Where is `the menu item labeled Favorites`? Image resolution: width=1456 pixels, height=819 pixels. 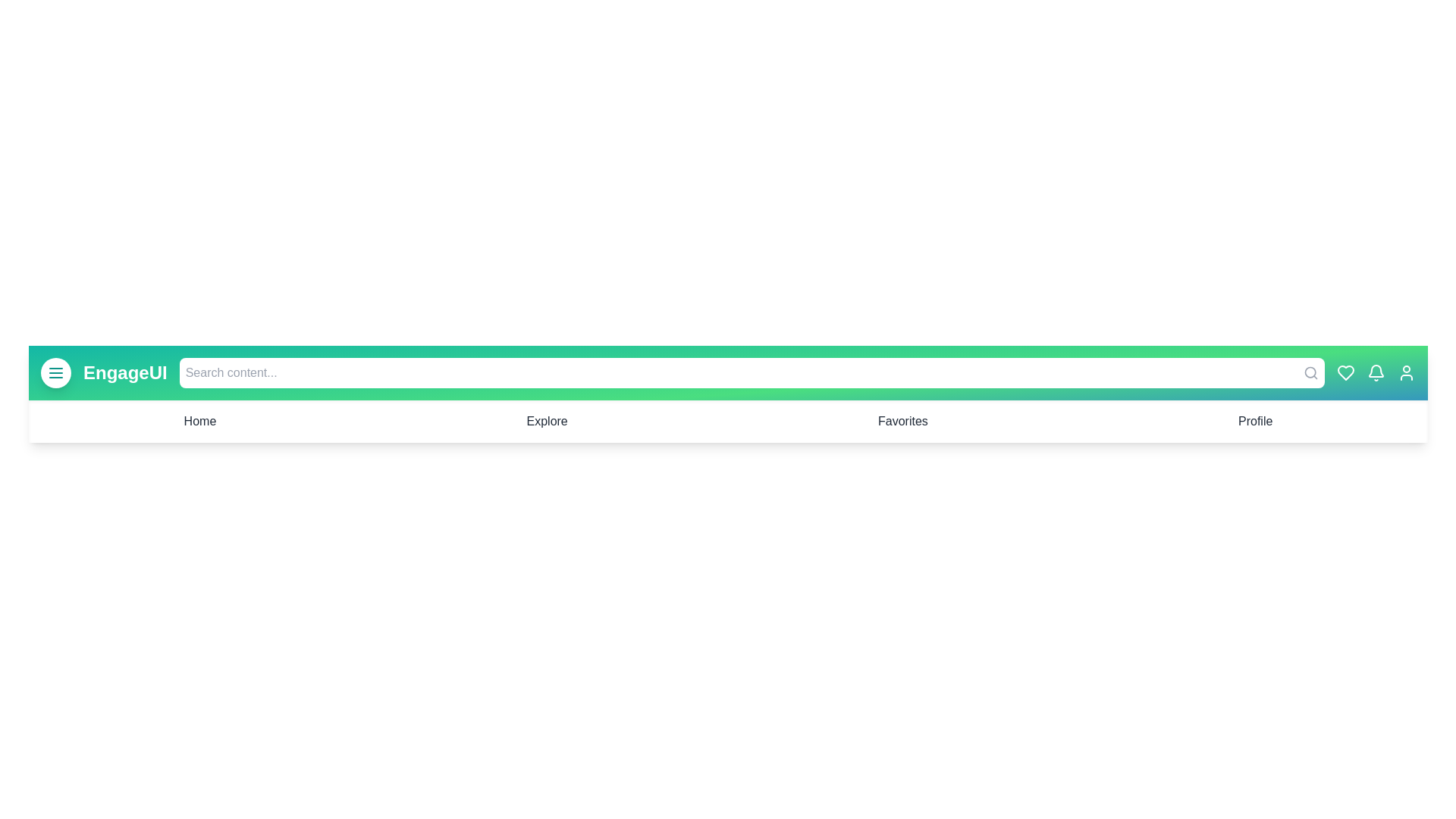 the menu item labeled Favorites is located at coordinates (902, 421).